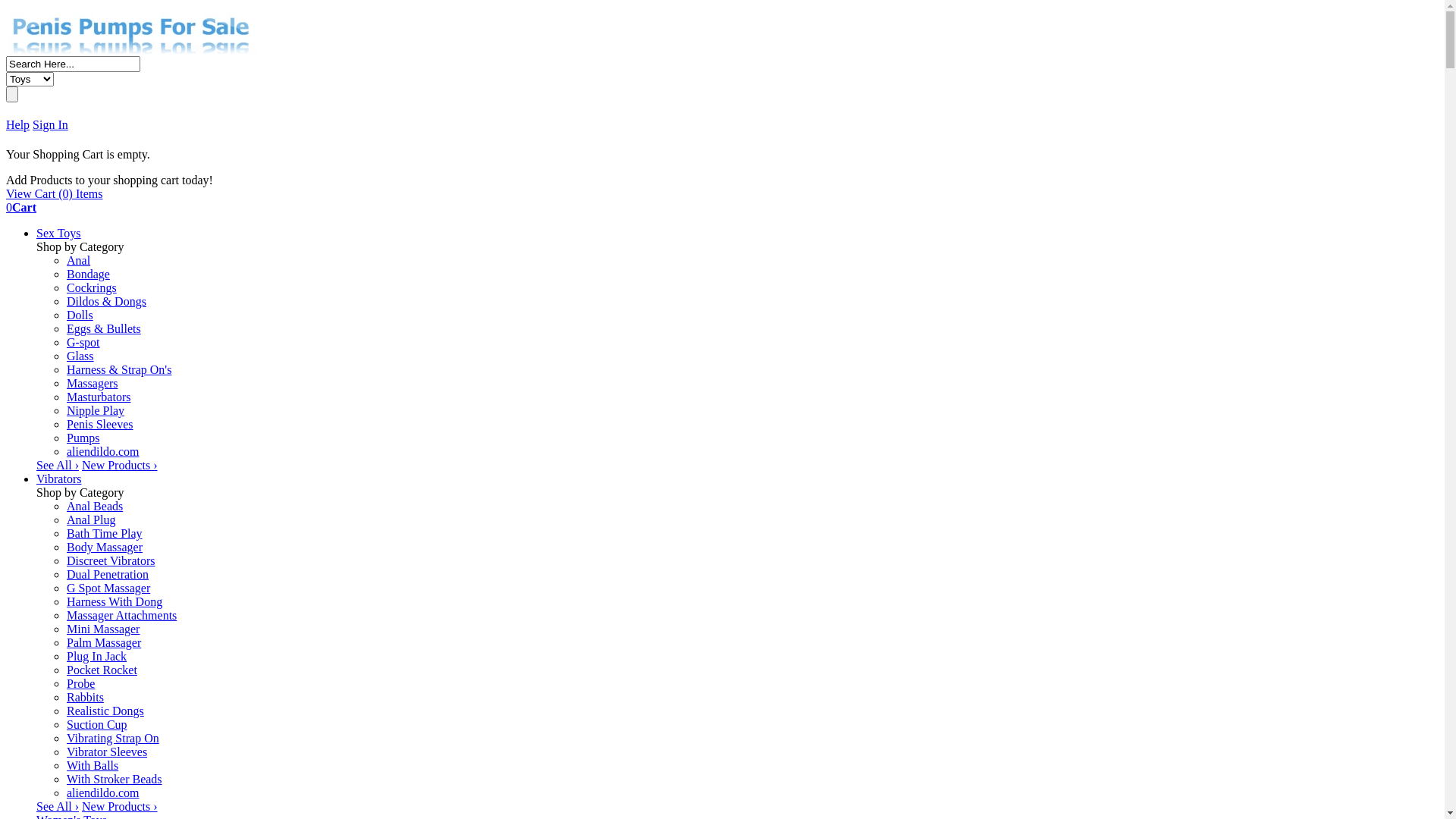 This screenshot has height=819, width=1456. What do you see at coordinates (103, 642) in the screenshot?
I see `'Palm Massager'` at bounding box center [103, 642].